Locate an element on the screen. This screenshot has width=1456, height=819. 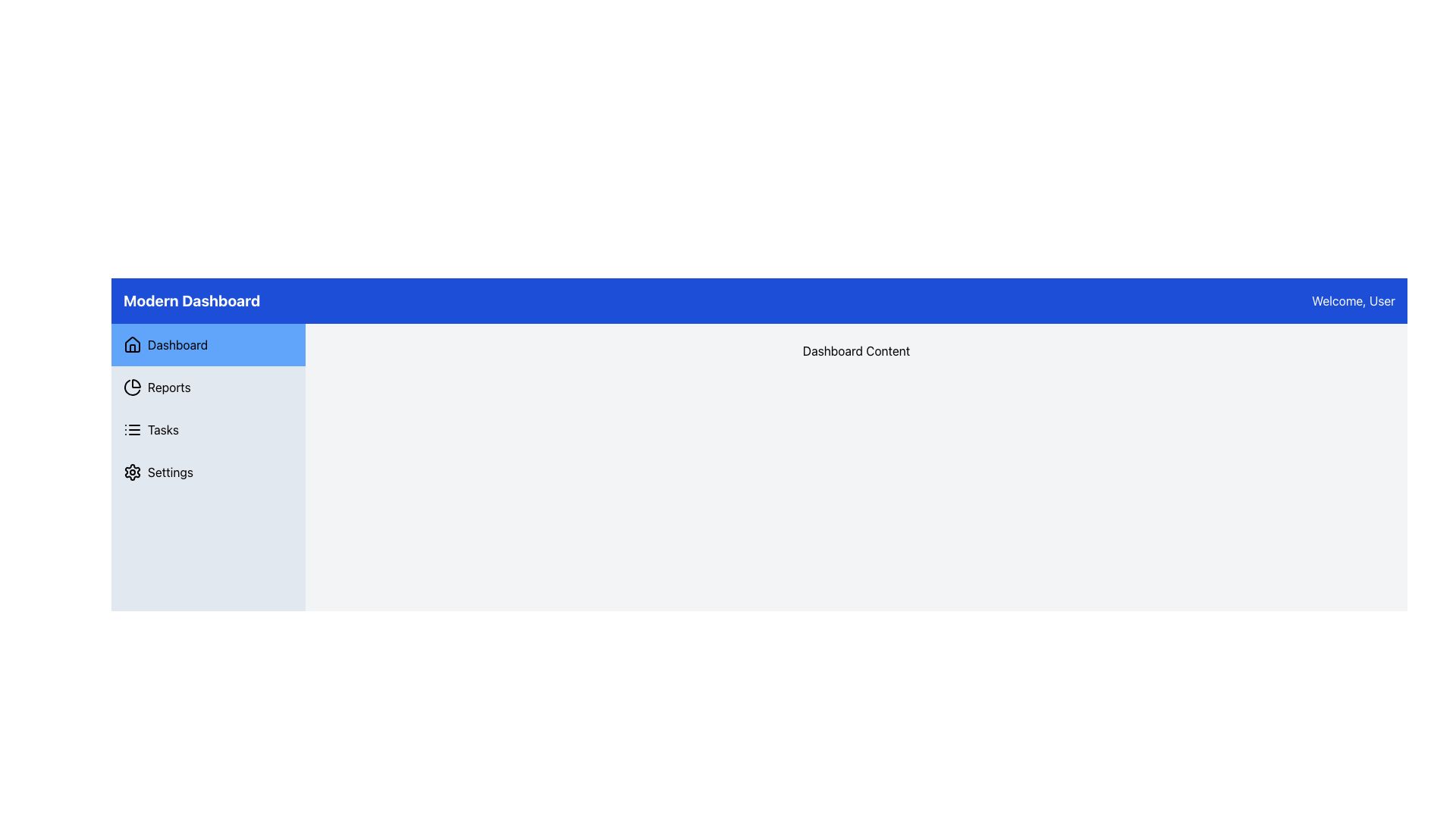
the 'Modern Dashboard' text label, which is bold, larger-than-standard, and white against a blue background, located at the far left of the top blue header bar is located at coordinates (191, 301).